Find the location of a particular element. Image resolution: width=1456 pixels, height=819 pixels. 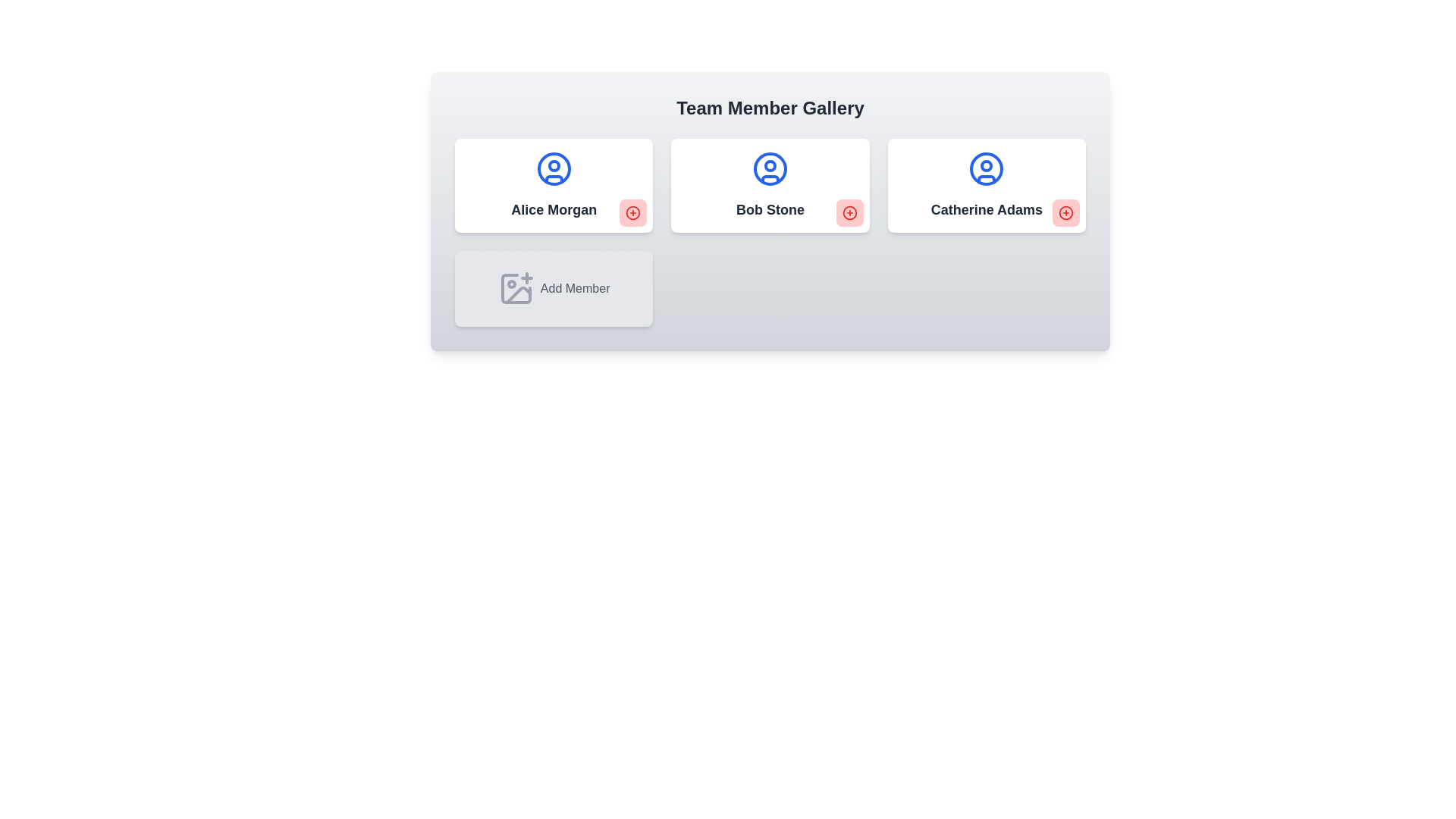

the user icon representing team member Alice Morgan, which is located at the upper part of the card labeled 'Alice Morgan', vertically aligned with the name and horizontally centered is located at coordinates (553, 169).